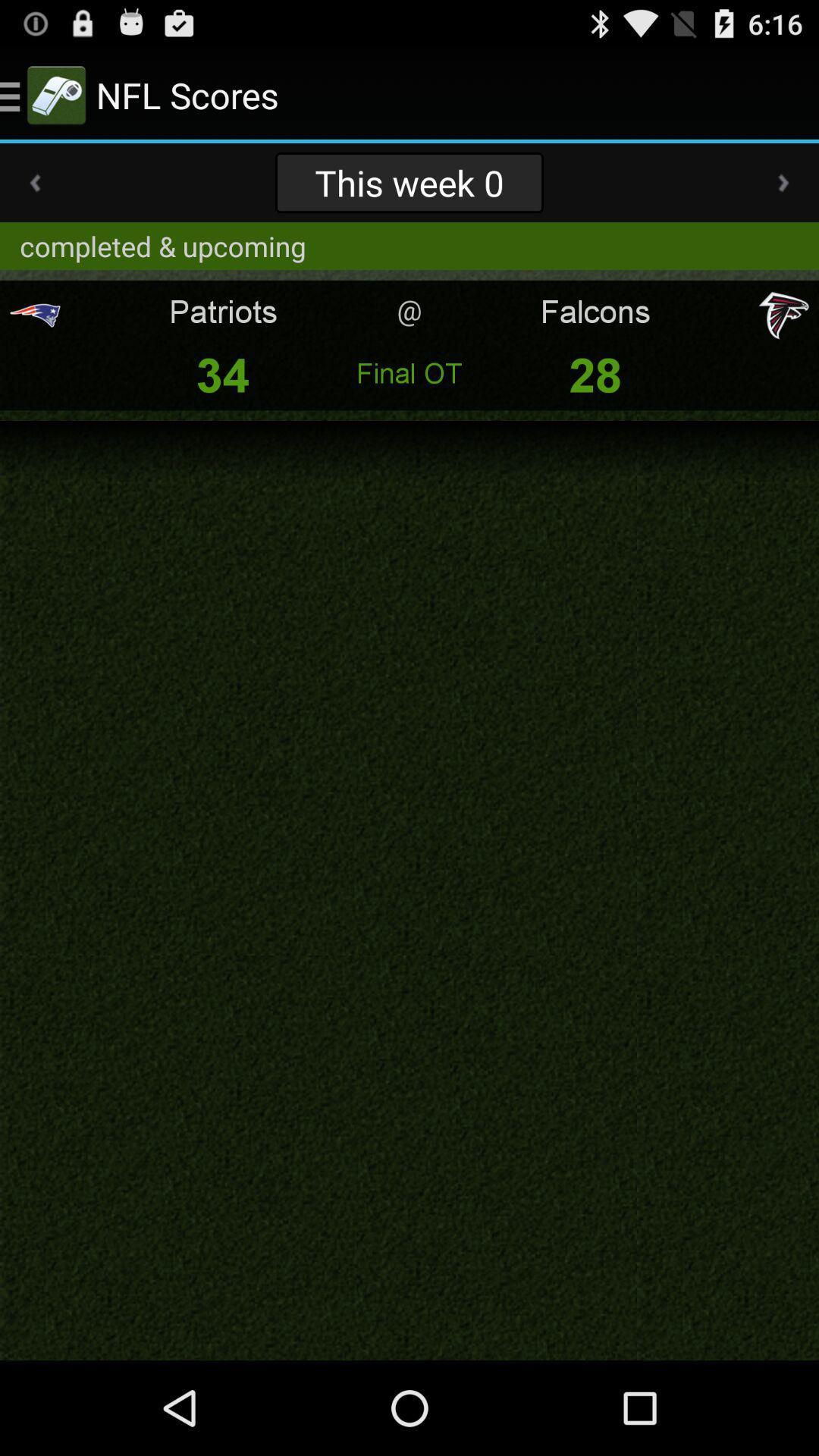 This screenshot has height=1456, width=819. I want to click on item next to this week 0 item, so click(34, 182).